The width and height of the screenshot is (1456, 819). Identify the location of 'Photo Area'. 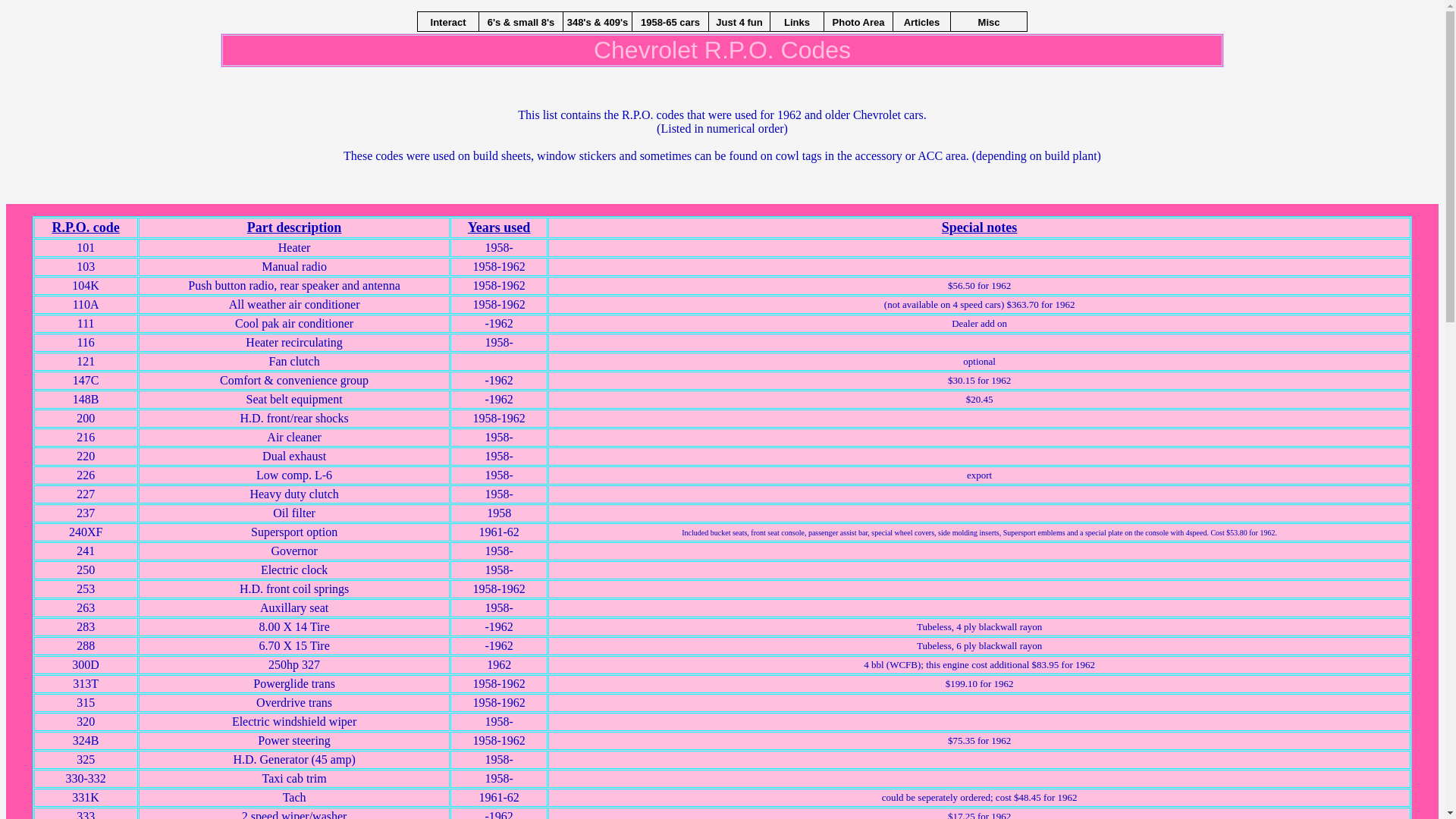
(823, 21).